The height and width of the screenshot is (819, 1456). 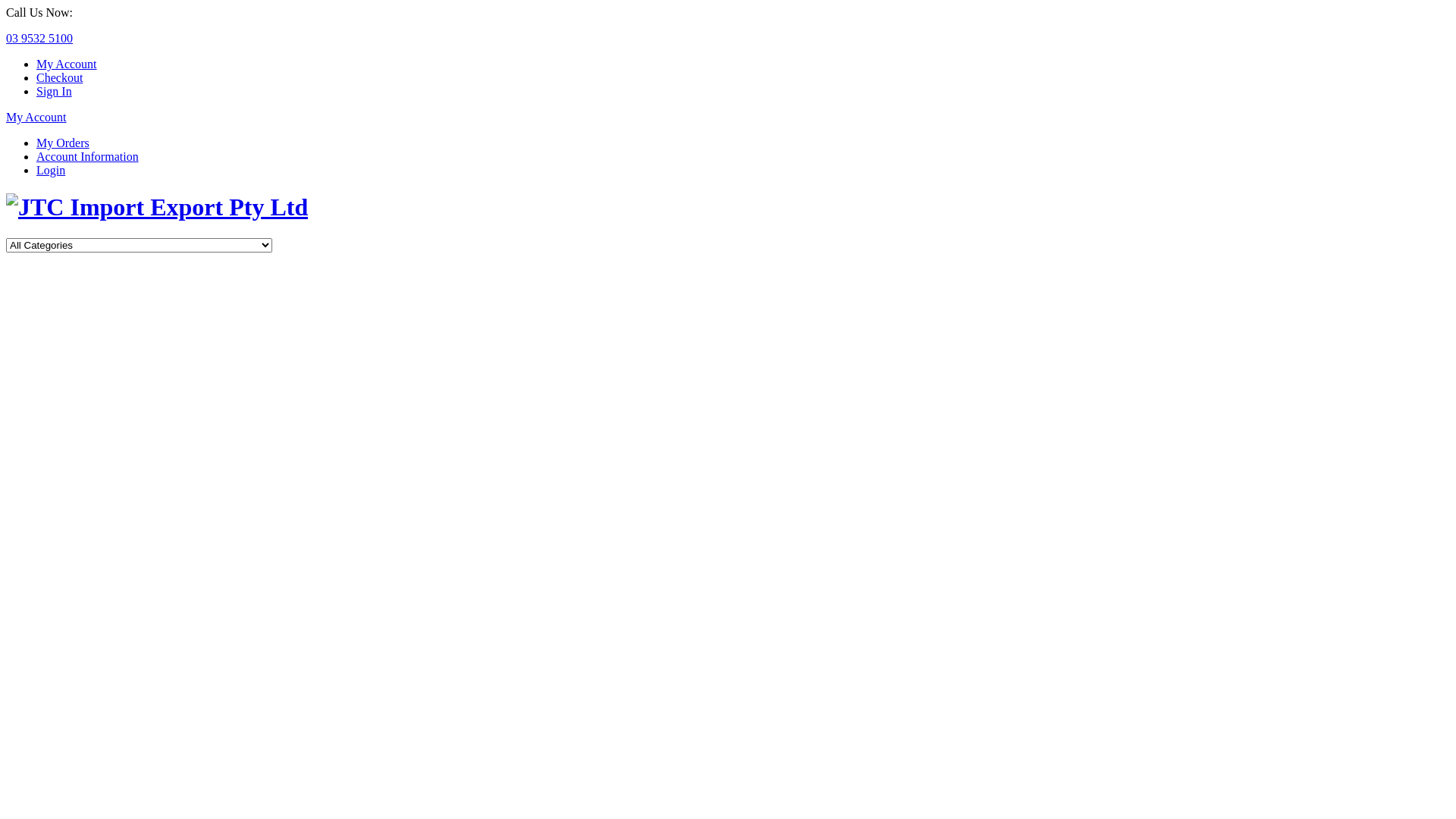 What do you see at coordinates (36, 116) in the screenshot?
I see `'My Account'` at bounding box center [36, 116].